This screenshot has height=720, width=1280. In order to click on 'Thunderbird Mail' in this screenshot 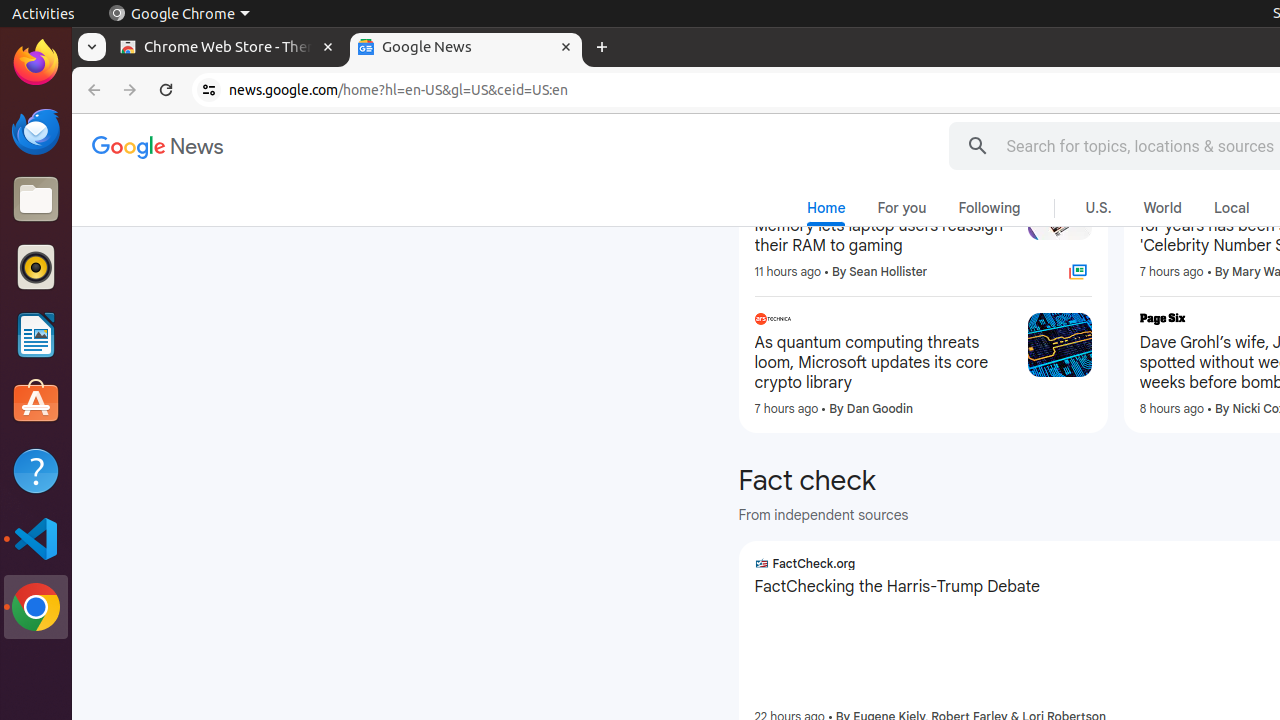, I will do `click(35, 130)`.